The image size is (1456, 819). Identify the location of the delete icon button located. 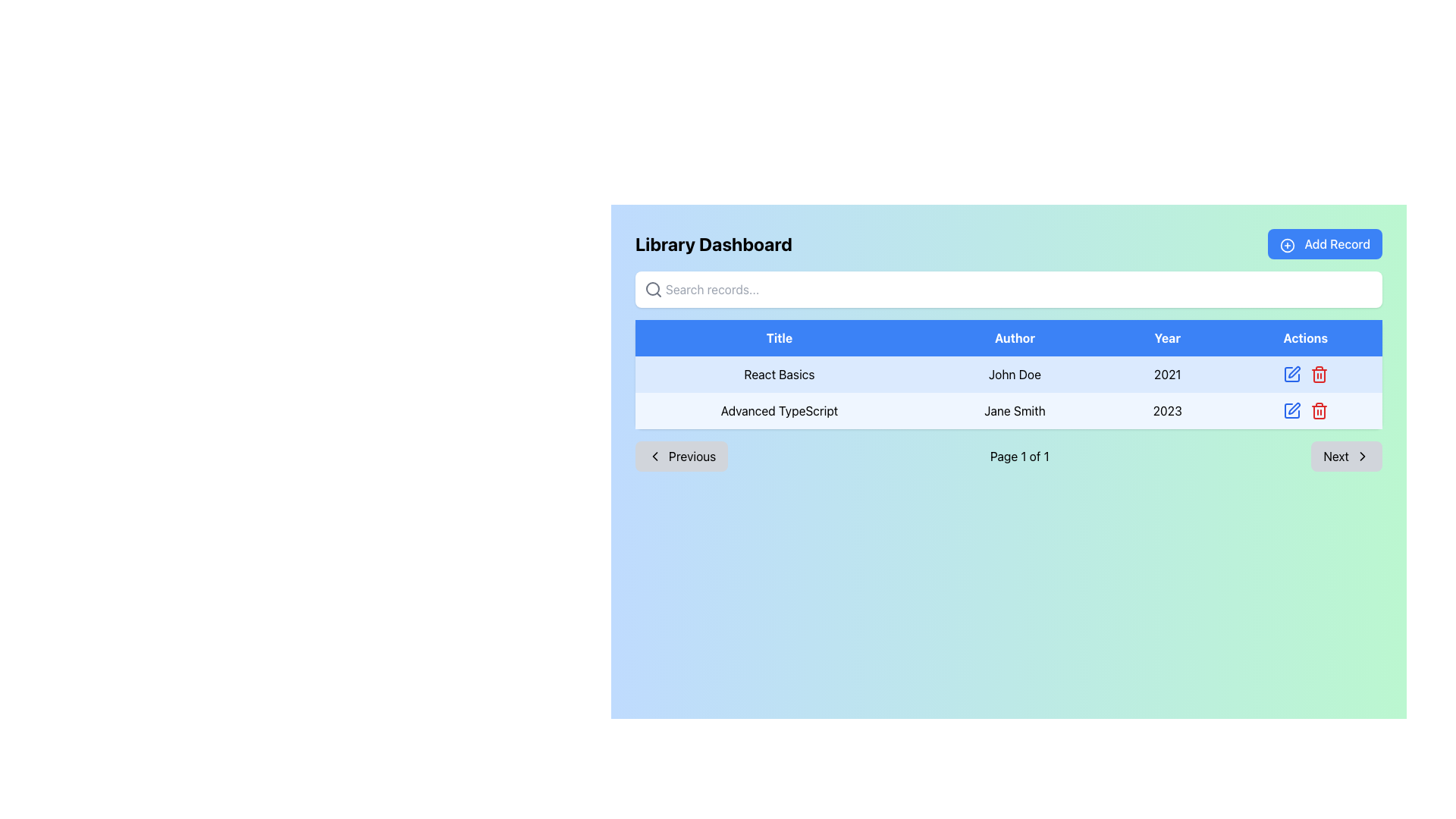
(1318, 374).